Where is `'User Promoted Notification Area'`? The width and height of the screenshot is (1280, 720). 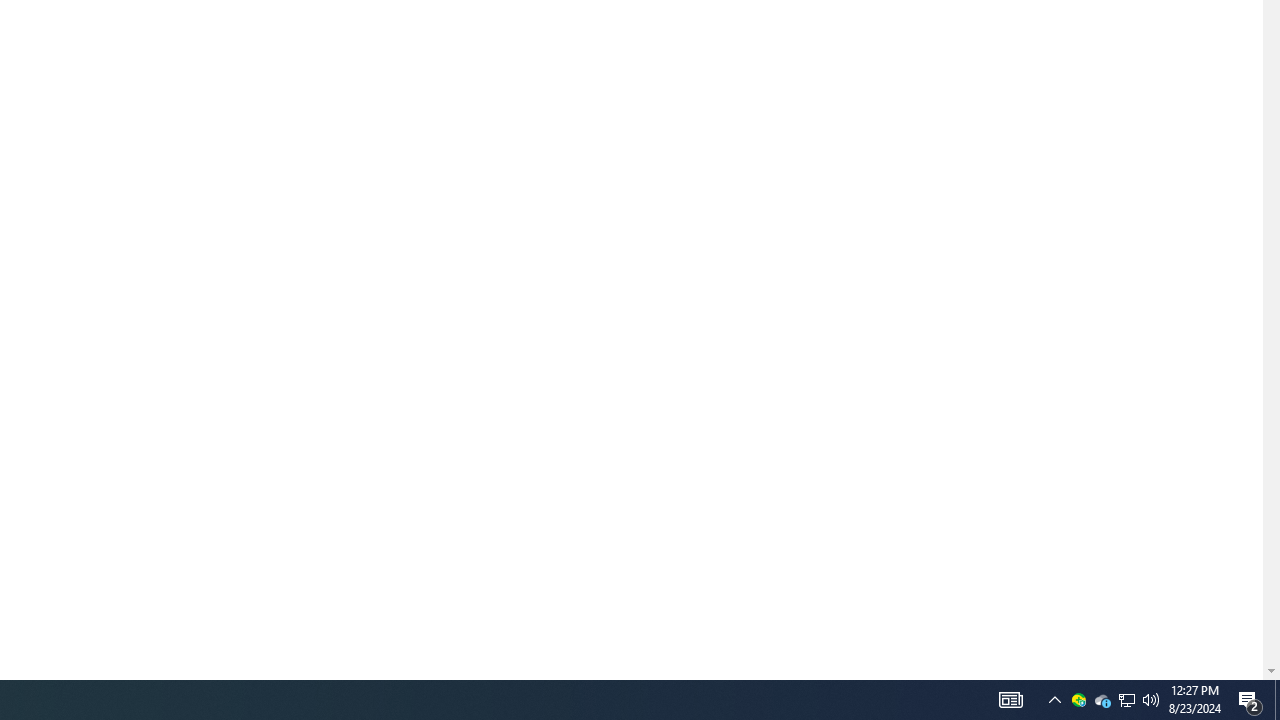 'User Promoted Notification Area' is located at coordinates (1127, 698).